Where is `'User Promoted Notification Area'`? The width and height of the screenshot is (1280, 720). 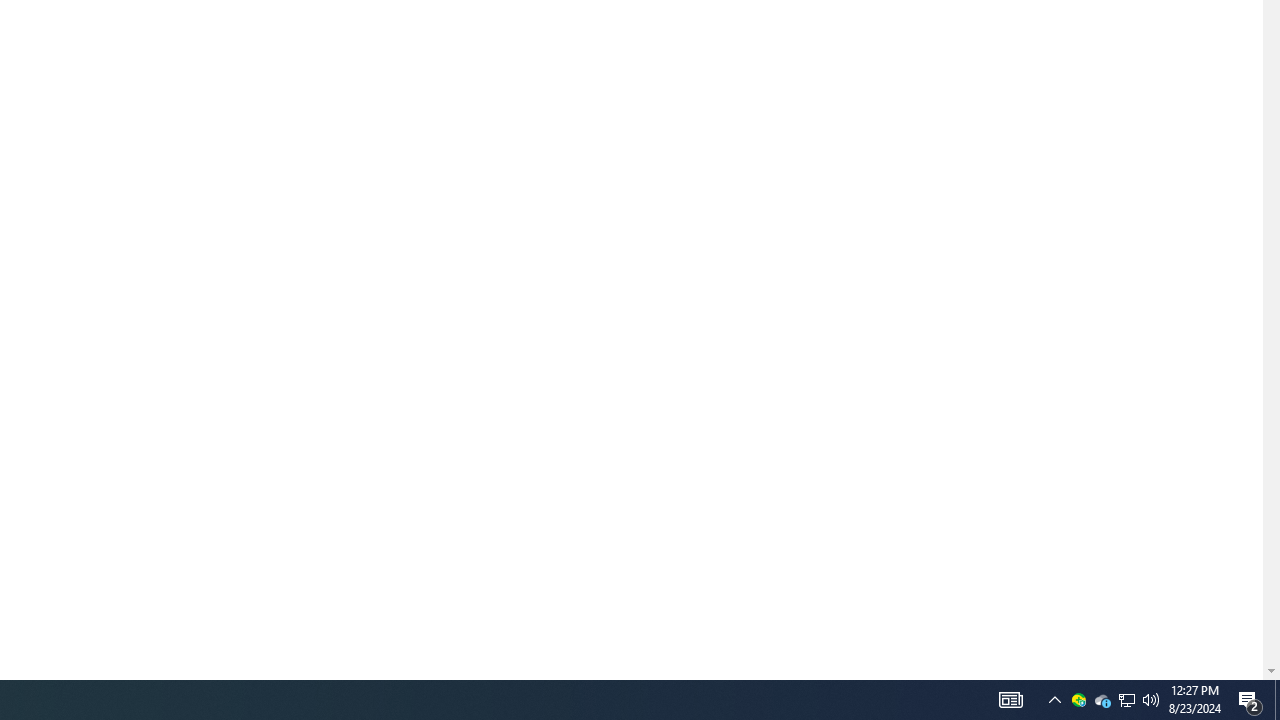 'User Promoted Notification Area' is located at coordinates (1127, 698).